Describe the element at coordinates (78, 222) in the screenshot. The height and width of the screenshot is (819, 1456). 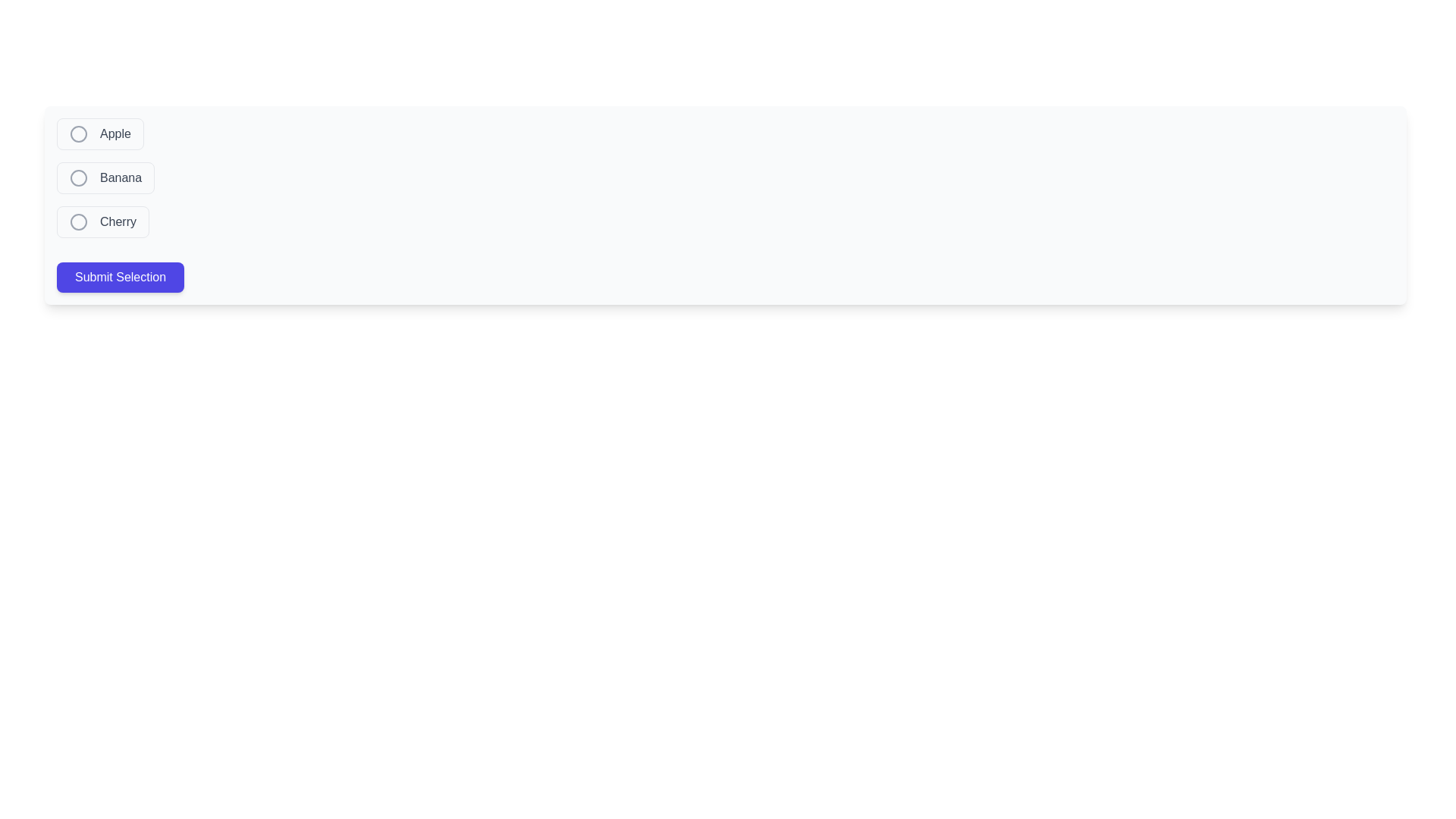
I see `the state of the circular SVG graphical component styled as a borderless ring, which is part of the radio button options labeled 'Cherry' in the third position` at that location.